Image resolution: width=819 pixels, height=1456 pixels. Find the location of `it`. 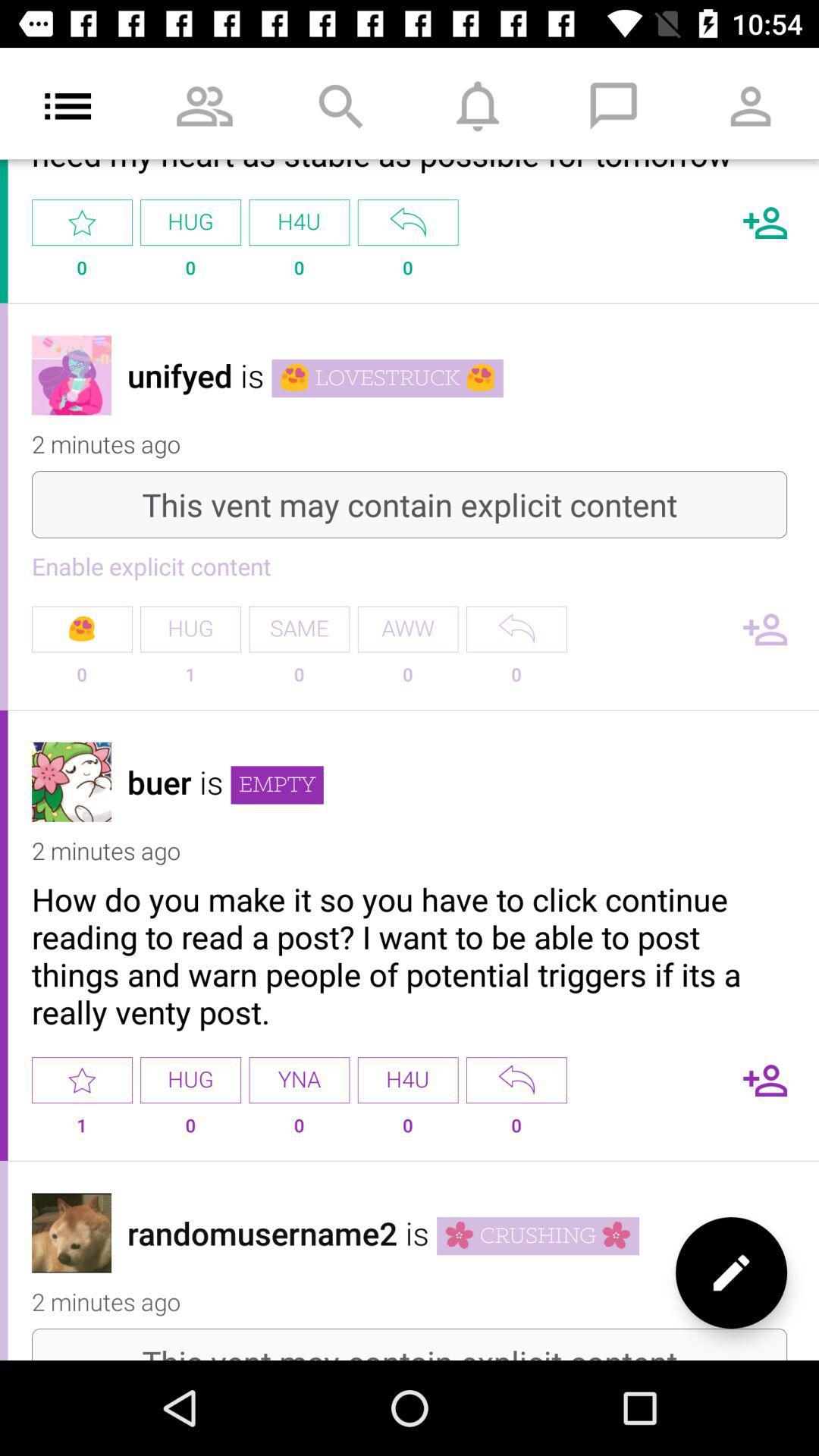

it is located at coordinates (82, 1079).